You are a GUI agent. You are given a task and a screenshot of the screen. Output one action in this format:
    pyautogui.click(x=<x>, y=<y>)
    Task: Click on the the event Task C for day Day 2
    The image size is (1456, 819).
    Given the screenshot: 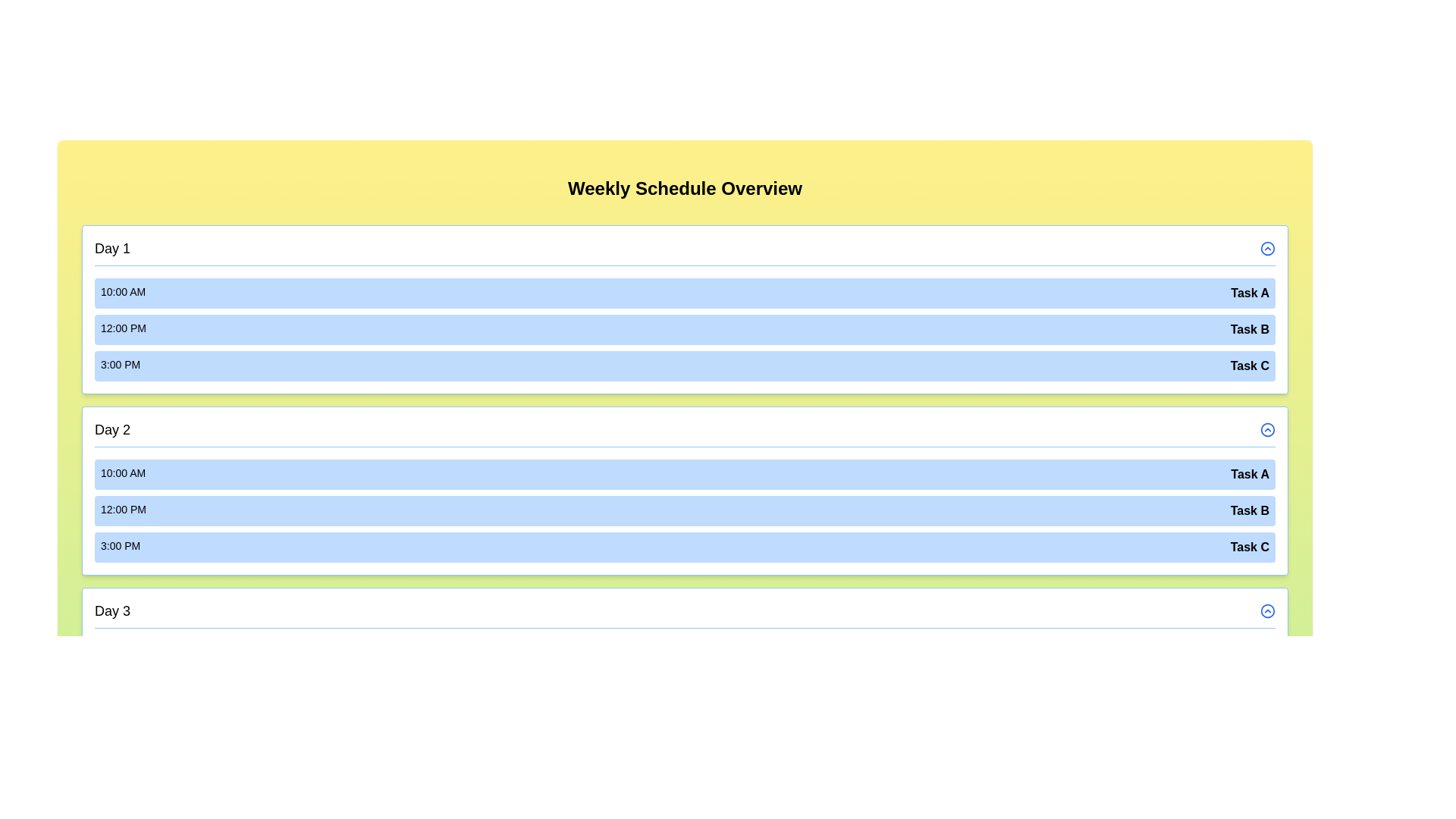 What is the action you would take?
    pyautogui.click(x=684, y=547)
    